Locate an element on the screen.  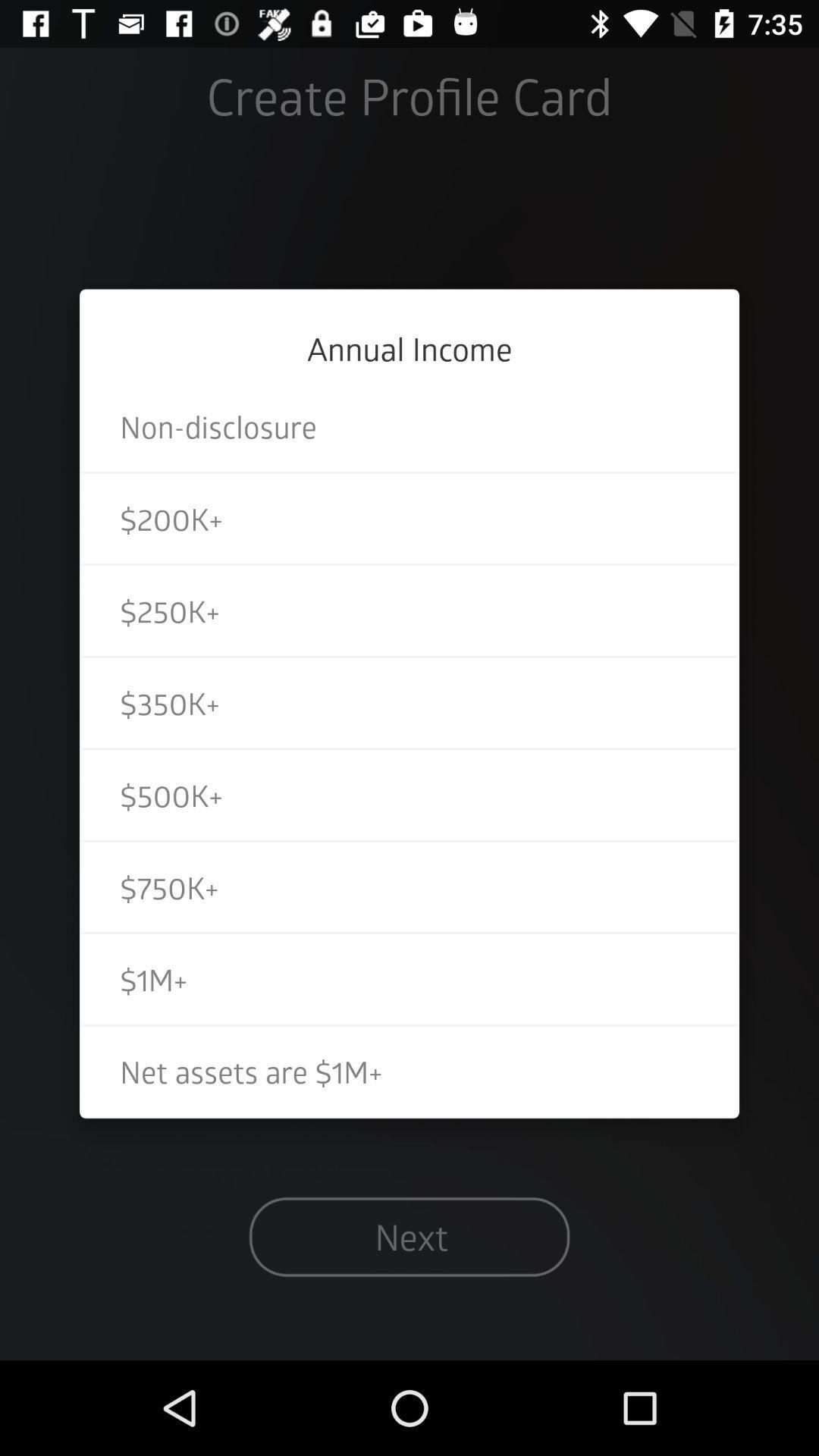
icon below $250k+ is located at coordinates (409, 701).